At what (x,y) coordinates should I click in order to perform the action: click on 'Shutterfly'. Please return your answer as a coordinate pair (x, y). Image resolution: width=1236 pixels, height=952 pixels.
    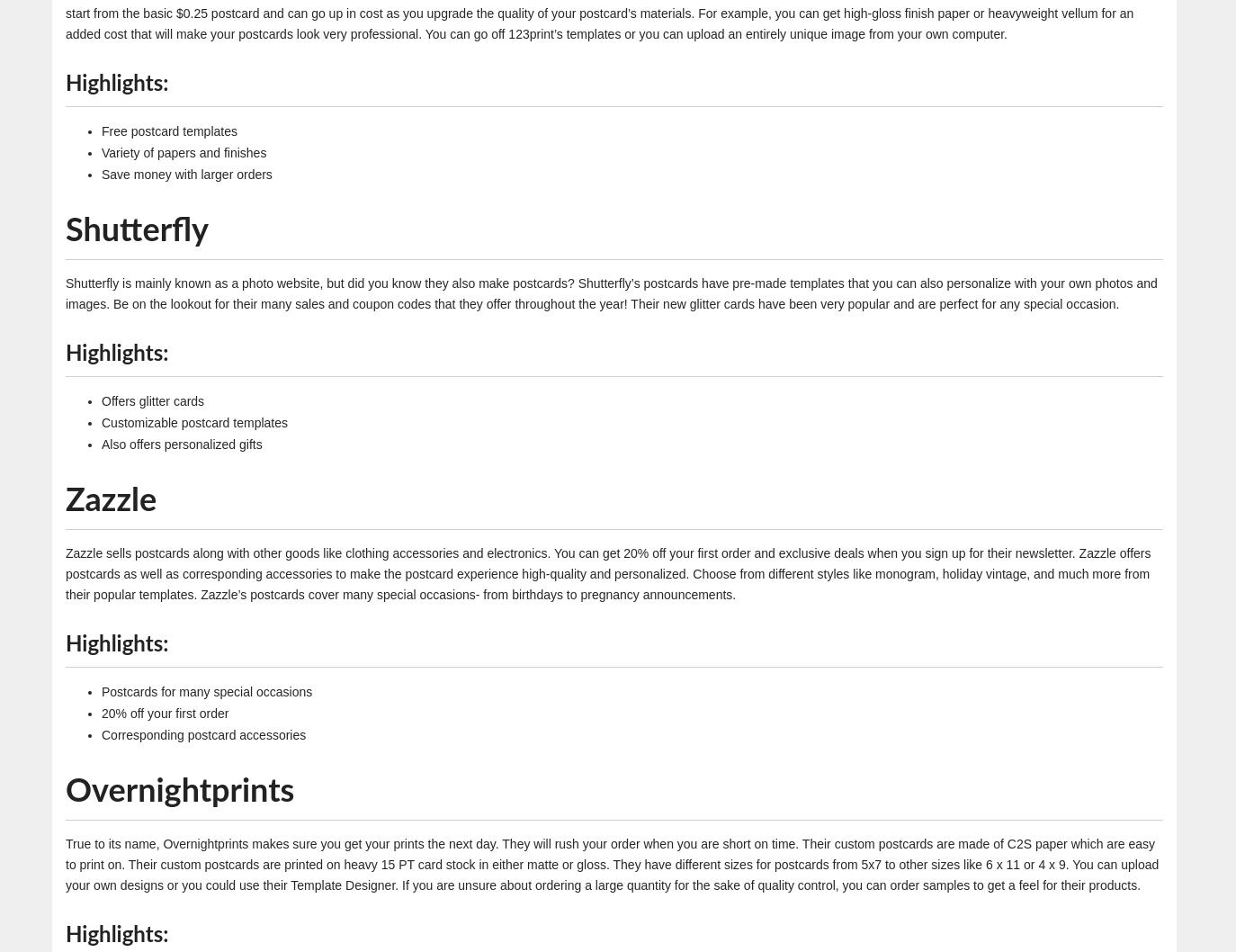
    Looking at the image, I should click on (136, 230).